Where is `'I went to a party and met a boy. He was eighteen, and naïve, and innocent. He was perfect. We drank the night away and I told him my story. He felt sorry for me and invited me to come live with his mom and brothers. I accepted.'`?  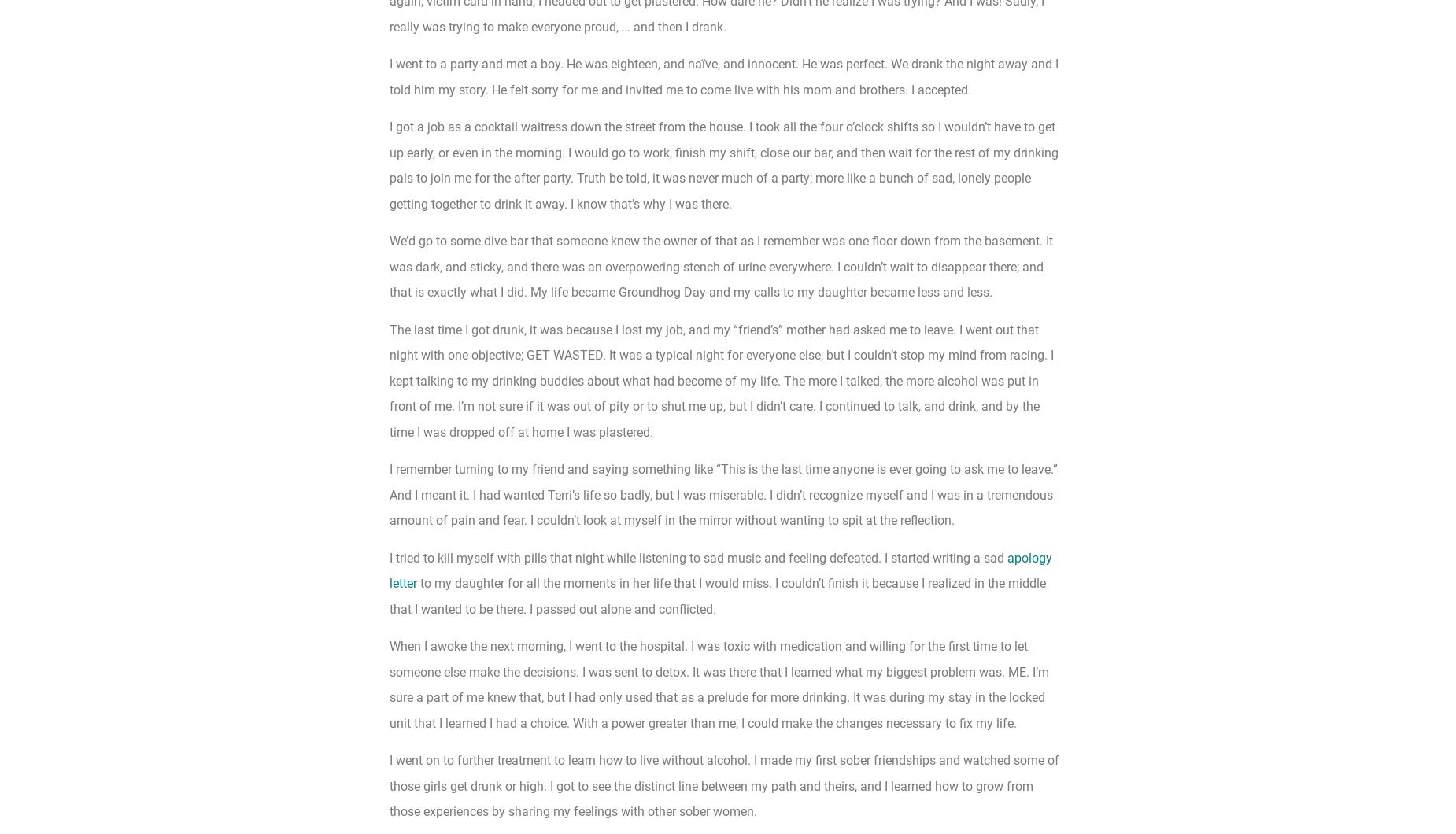
'I went to a party and met a boy. He was eighteen, and naïve, and innocent. He was perfect. We drank the night away and I told him my story. He felt sorry for me and invited me to come live with his mom and brothers. I accepted.' is located at coordinates (724, 76).